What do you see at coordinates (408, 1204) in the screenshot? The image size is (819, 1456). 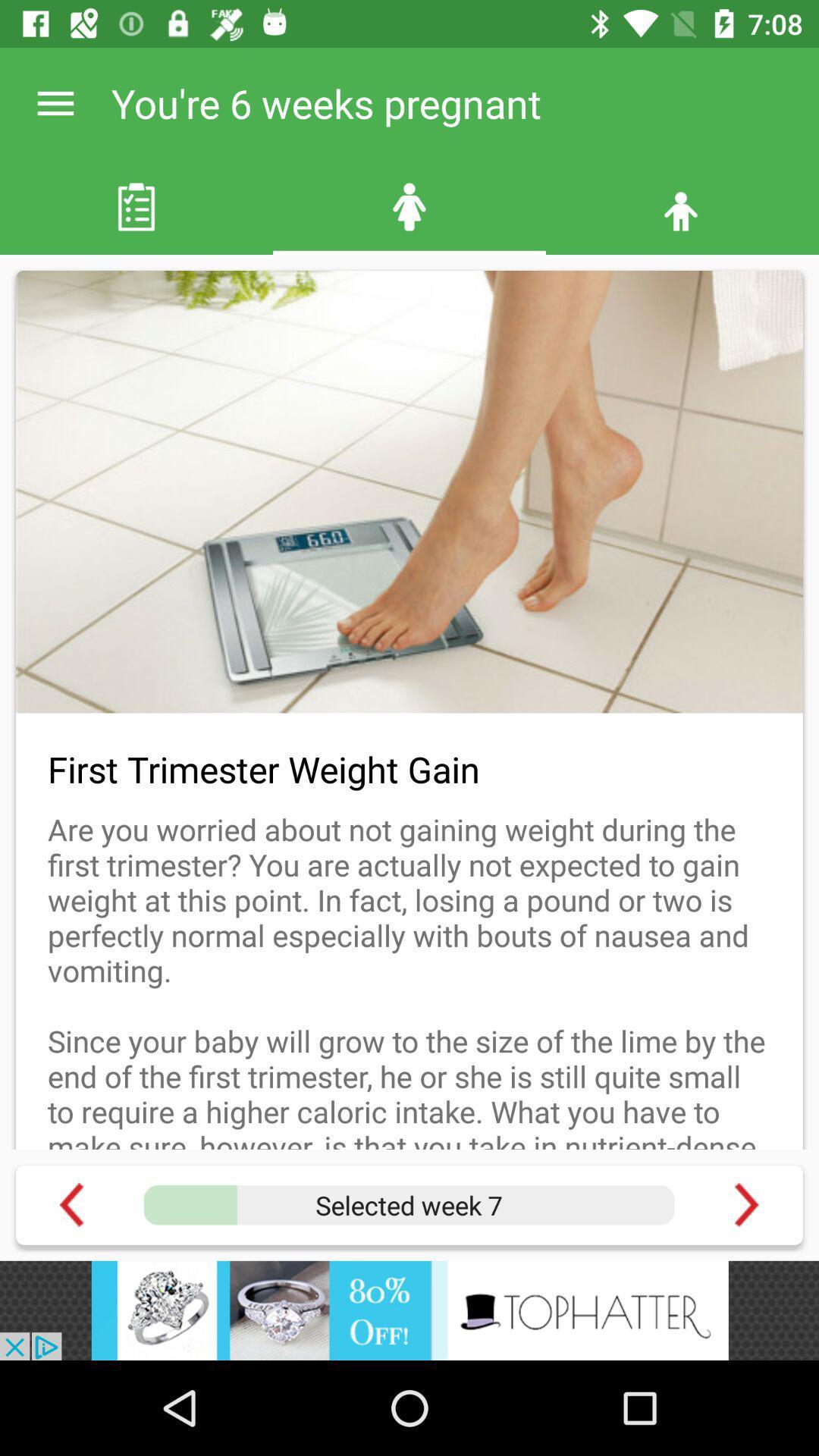 I see `week selection` at bounding box center [408, 1204].